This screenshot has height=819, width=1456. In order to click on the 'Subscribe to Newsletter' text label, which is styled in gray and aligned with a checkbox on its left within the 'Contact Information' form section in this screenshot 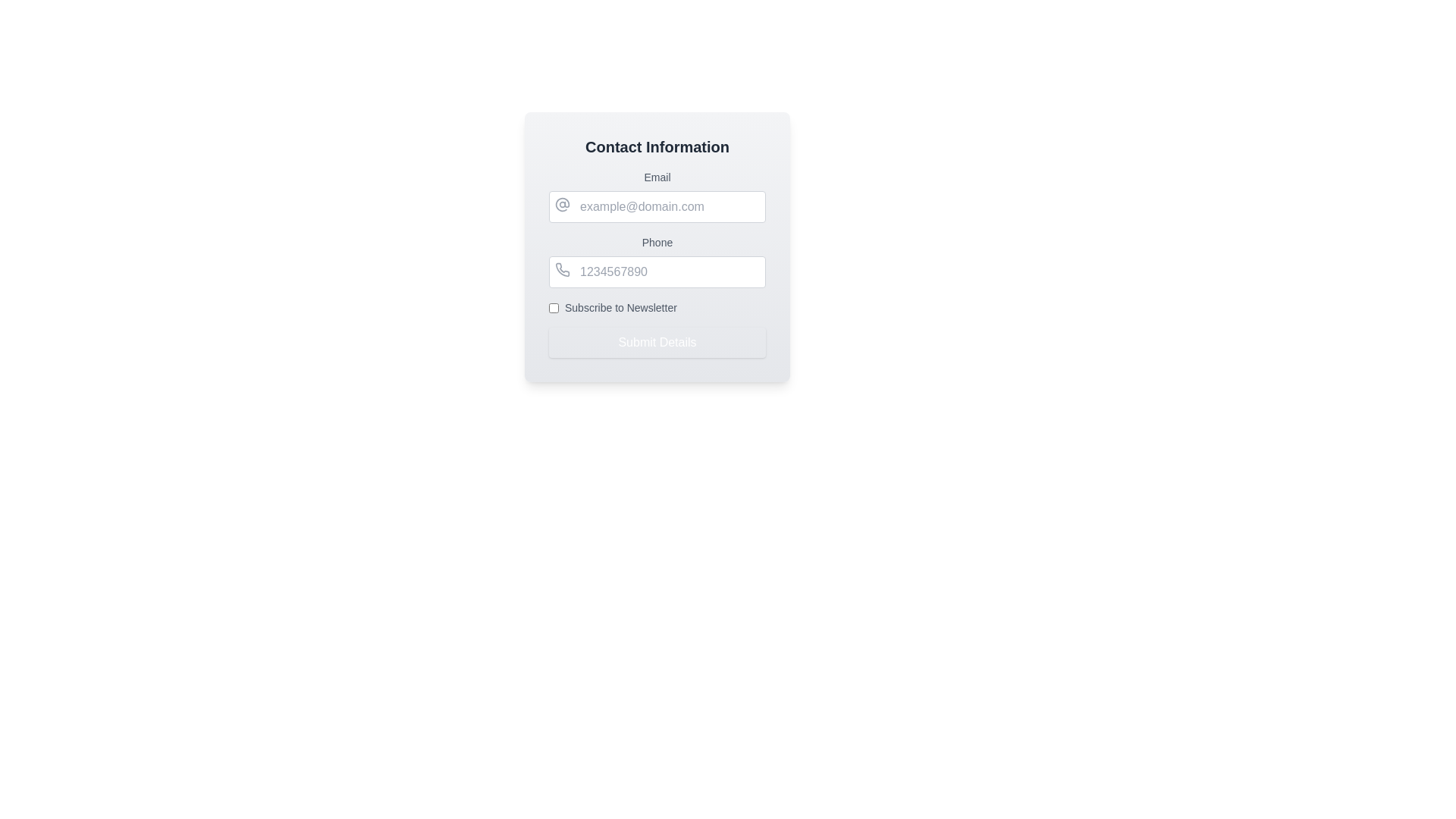, I will do `click(620, 307)`.